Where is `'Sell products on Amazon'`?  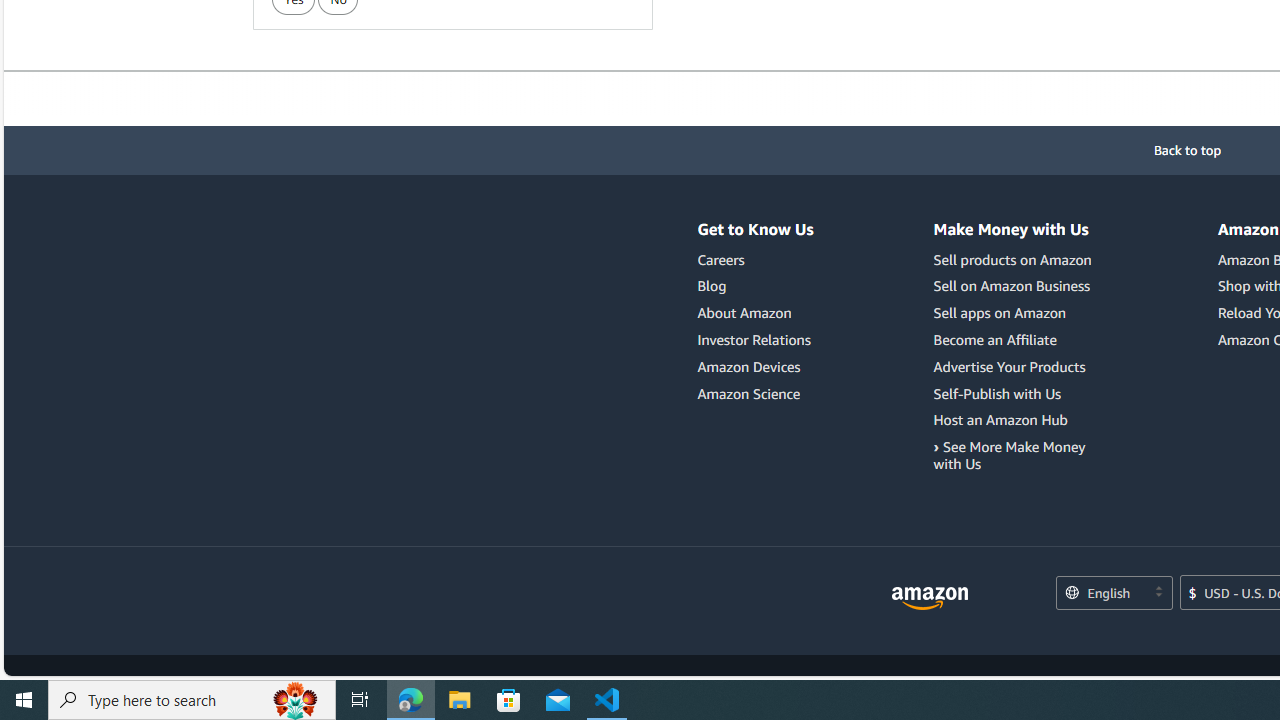
'Sell products on Amazon' is located at coordinates (1015, 259).